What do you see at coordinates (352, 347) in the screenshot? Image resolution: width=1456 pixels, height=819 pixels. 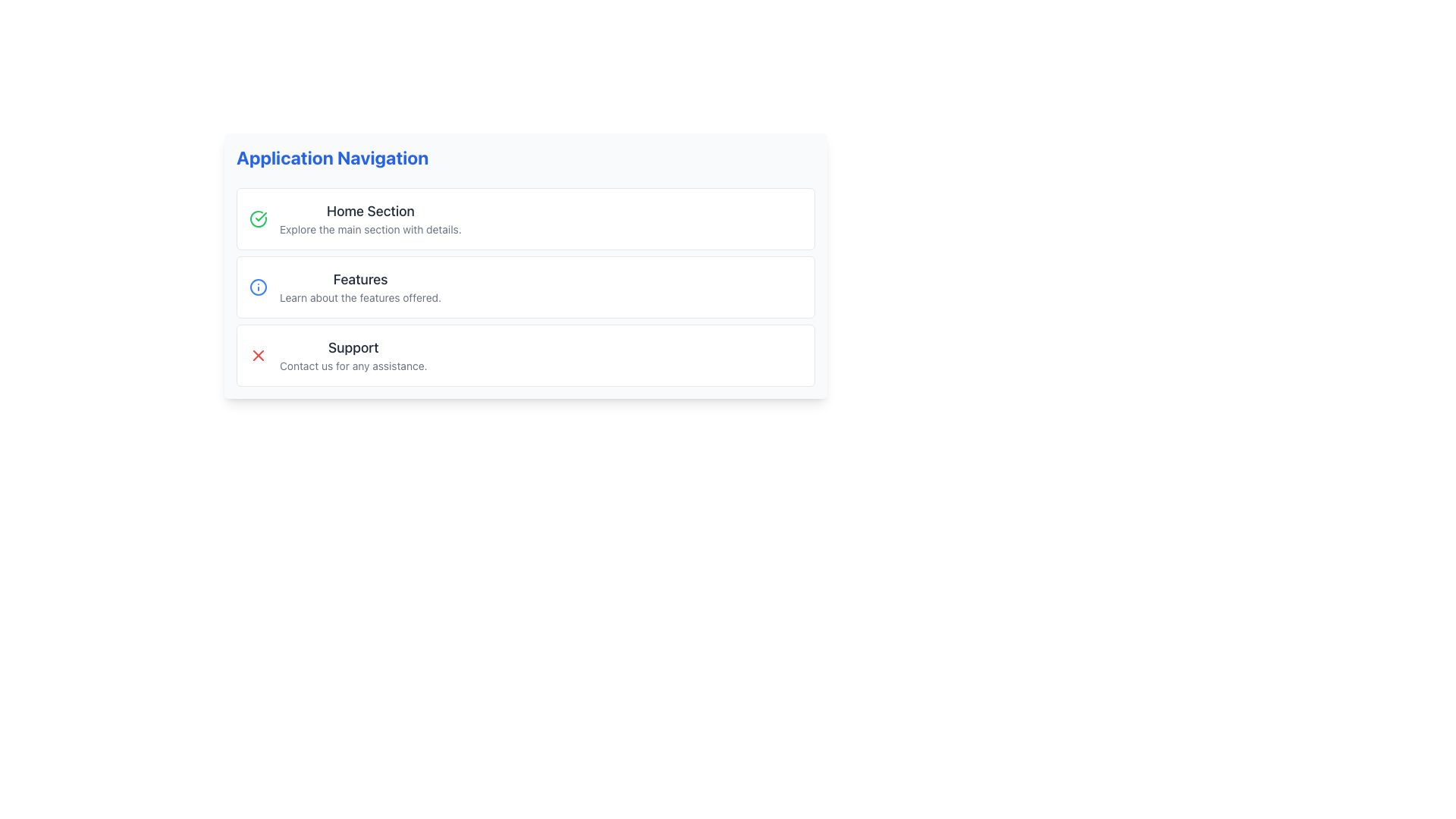 I see `the 'Support' hyperlink, which is styled in bold gray and highlights to blue when hovered, located below the 'Features' section and next to a red cross icon` at bounding box center [352, 347].